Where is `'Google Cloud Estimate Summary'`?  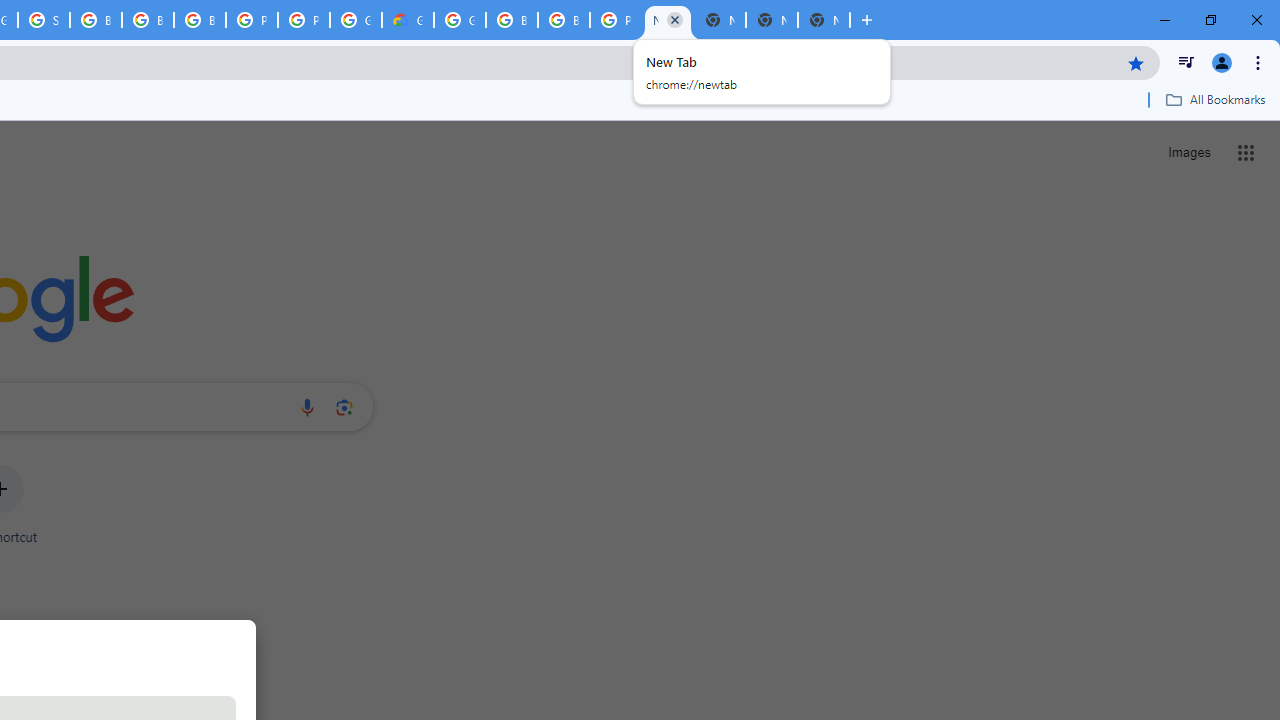 'Google Cloud Estimate Summary' is located at coordinates (406, 20).